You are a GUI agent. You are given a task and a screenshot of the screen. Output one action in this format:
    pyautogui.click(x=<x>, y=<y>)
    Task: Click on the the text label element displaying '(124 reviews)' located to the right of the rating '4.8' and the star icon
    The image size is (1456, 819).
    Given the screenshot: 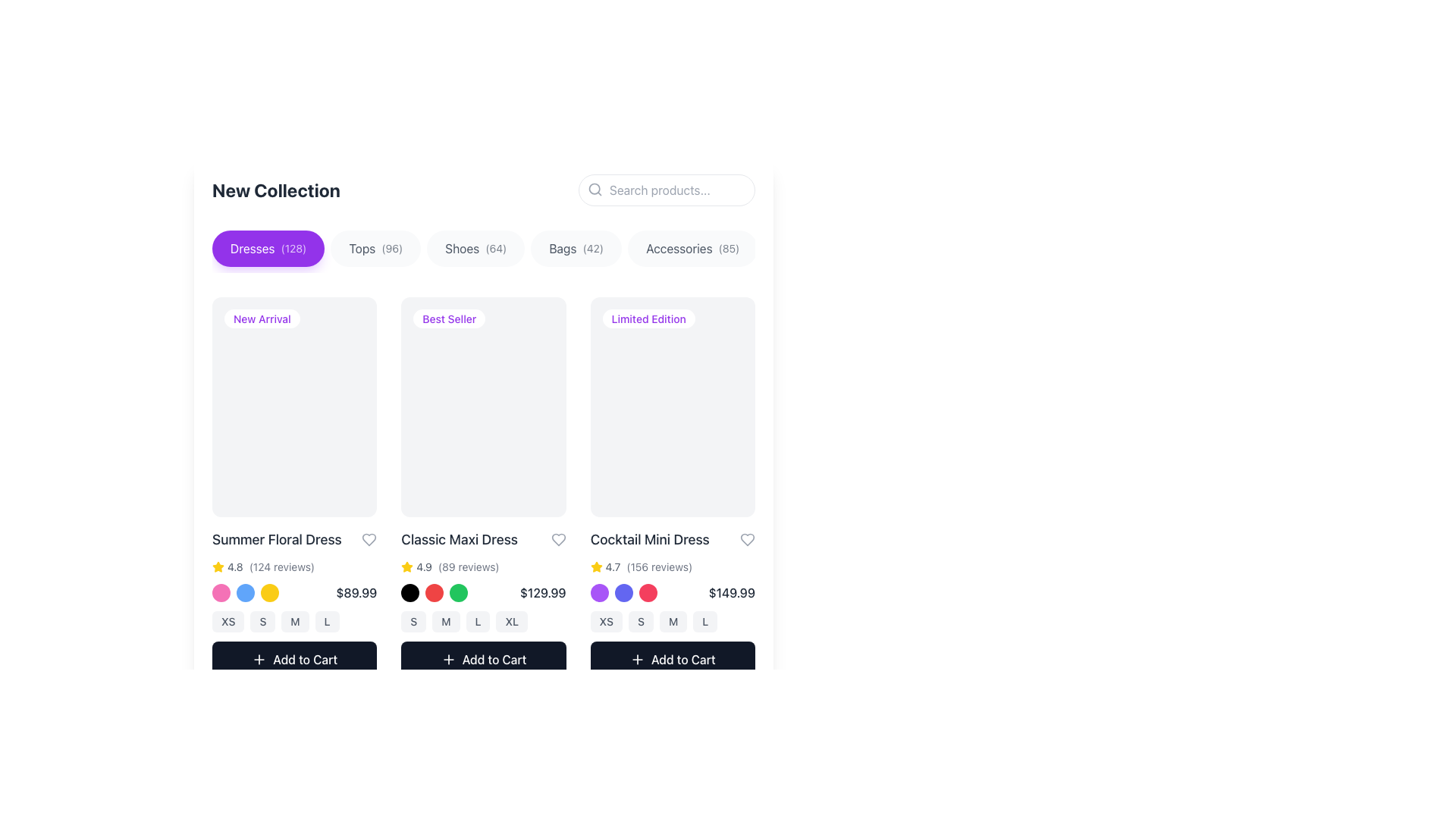 What is the action you would take?
    pyautogui.click(x=281, y=566)
    